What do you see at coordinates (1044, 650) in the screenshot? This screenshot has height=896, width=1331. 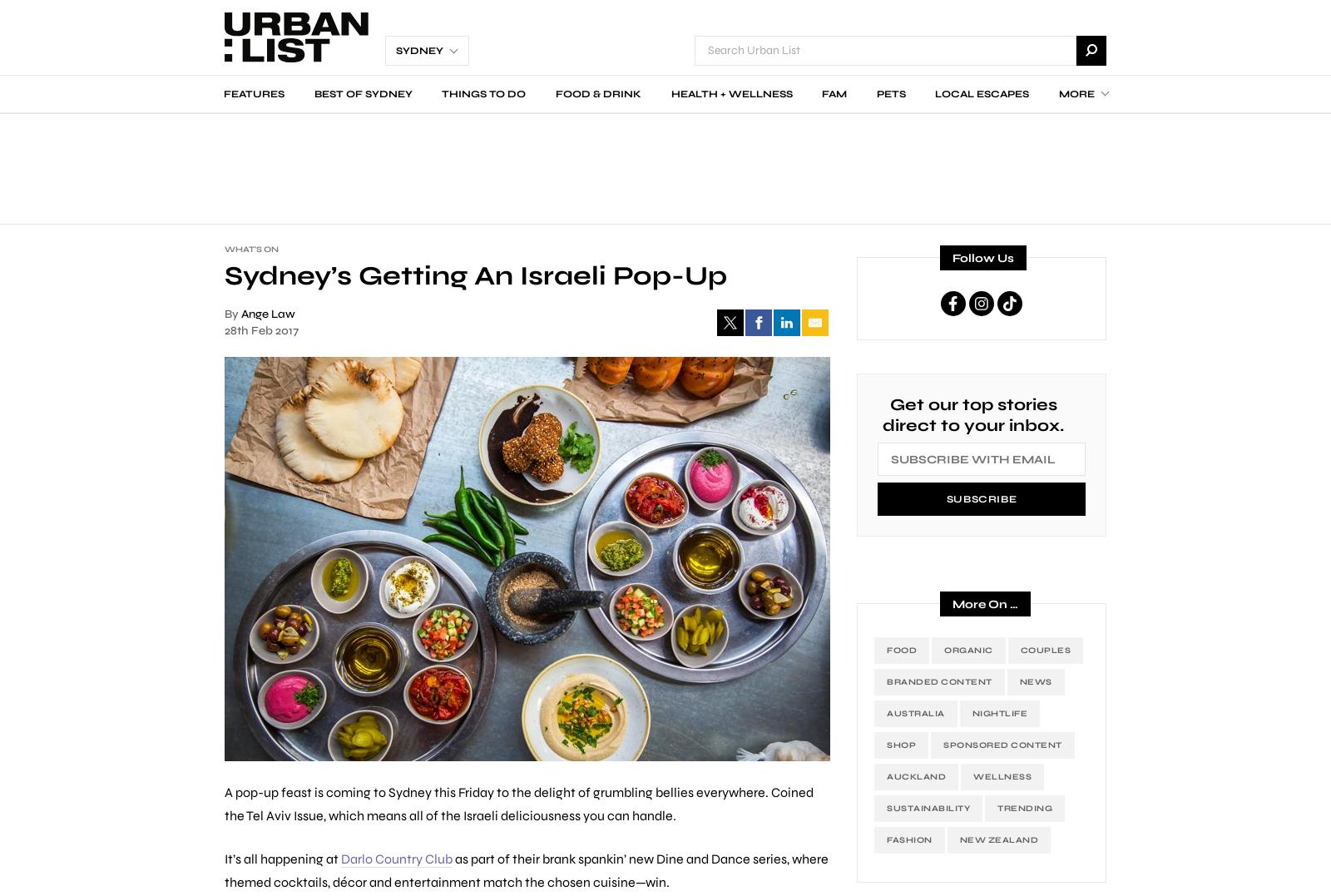 I see `'Couples'` at bounding box center [1044, 650].